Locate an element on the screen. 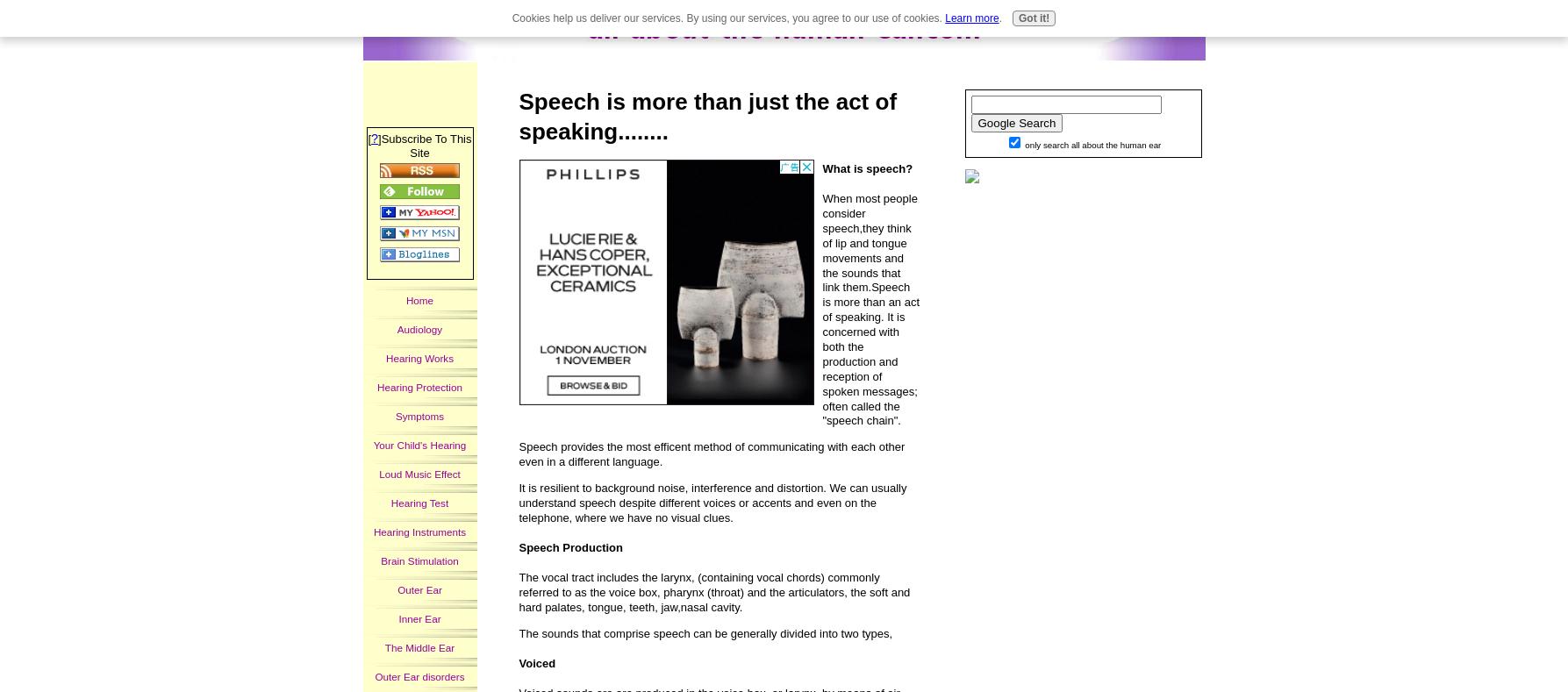 This screenshot has width=1568, height=692. 'It is resilient to background noise, interference and distortion. We can usually understand speech despite different voices or accents and even on the telephone, where we have no visual clues.' is located at coordinates (712, 502).